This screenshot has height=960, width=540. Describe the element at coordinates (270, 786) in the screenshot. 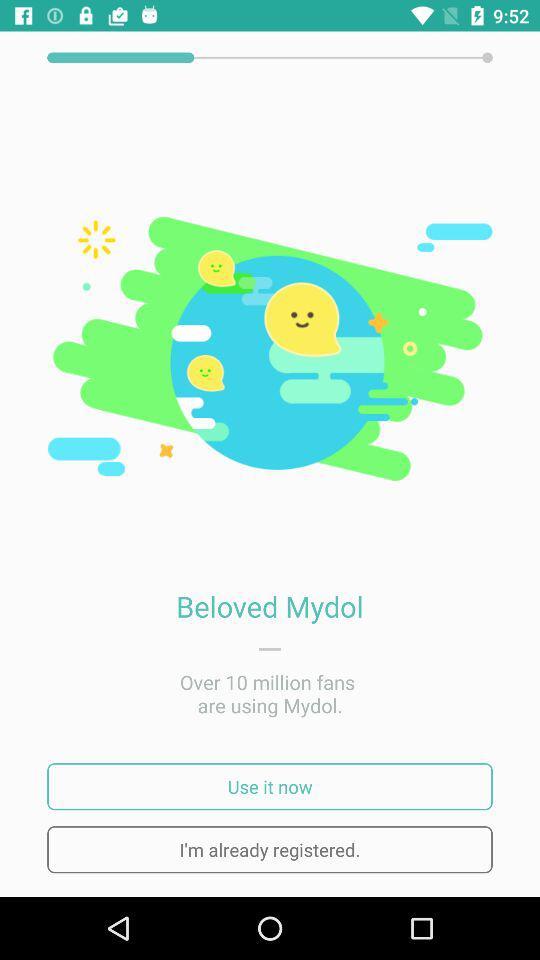

I see `the item above the i m already` at that location.